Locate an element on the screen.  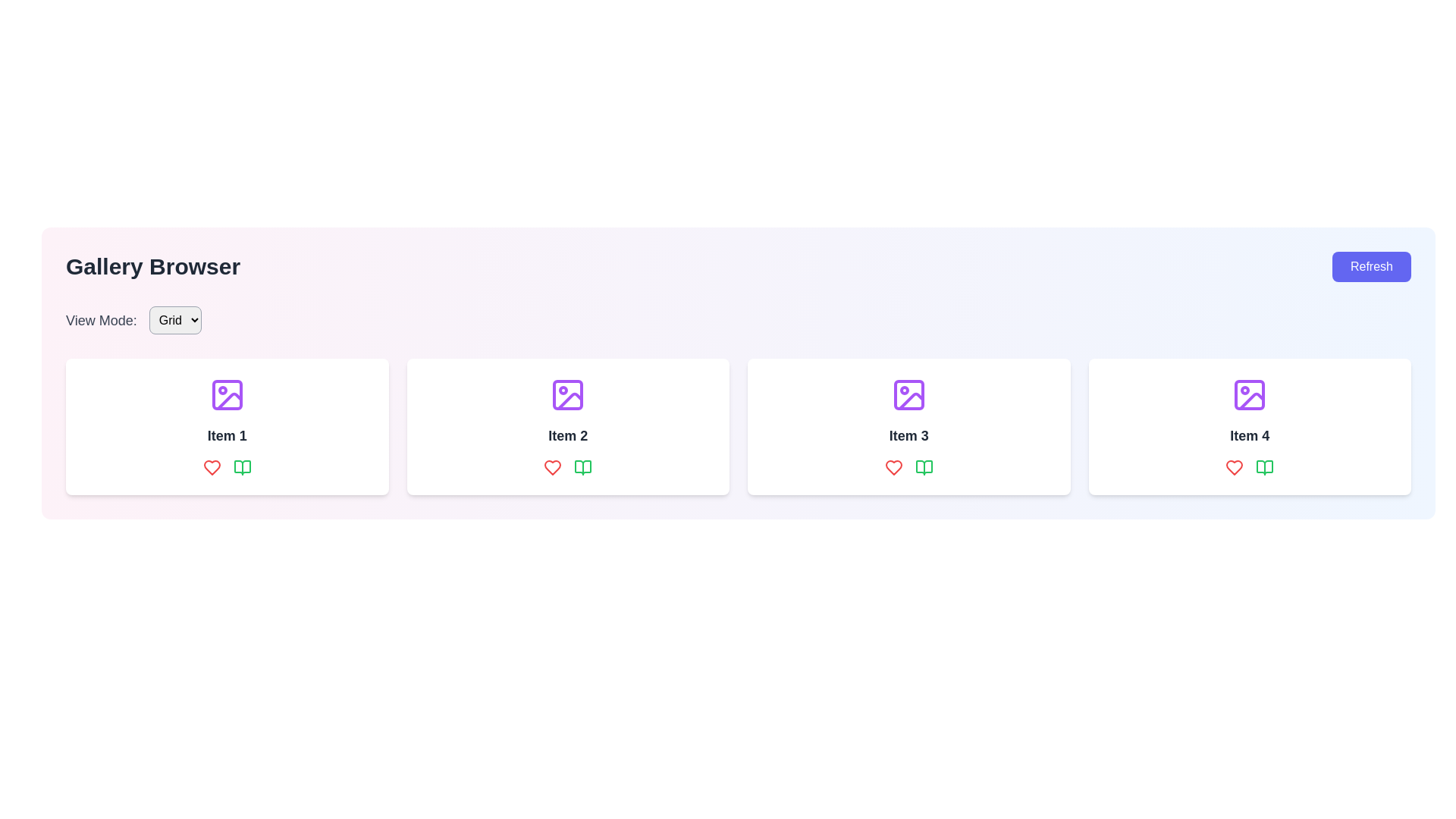
the static text label located directly under the purple image icon in the first card of a row of four horizontally aligned cards is located at coordinates (226, 435).